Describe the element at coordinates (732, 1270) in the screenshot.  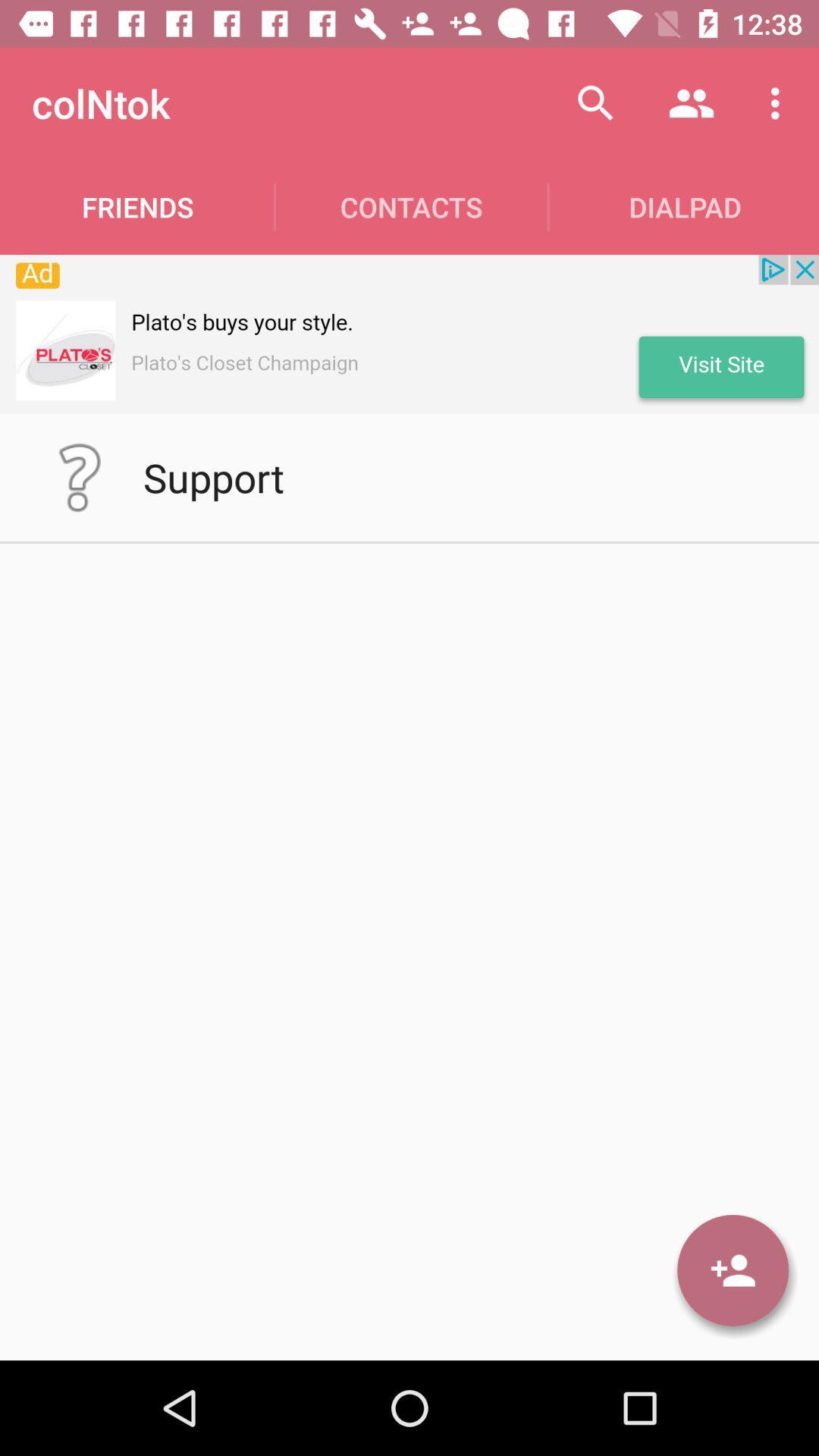
I see `friend` at that location.